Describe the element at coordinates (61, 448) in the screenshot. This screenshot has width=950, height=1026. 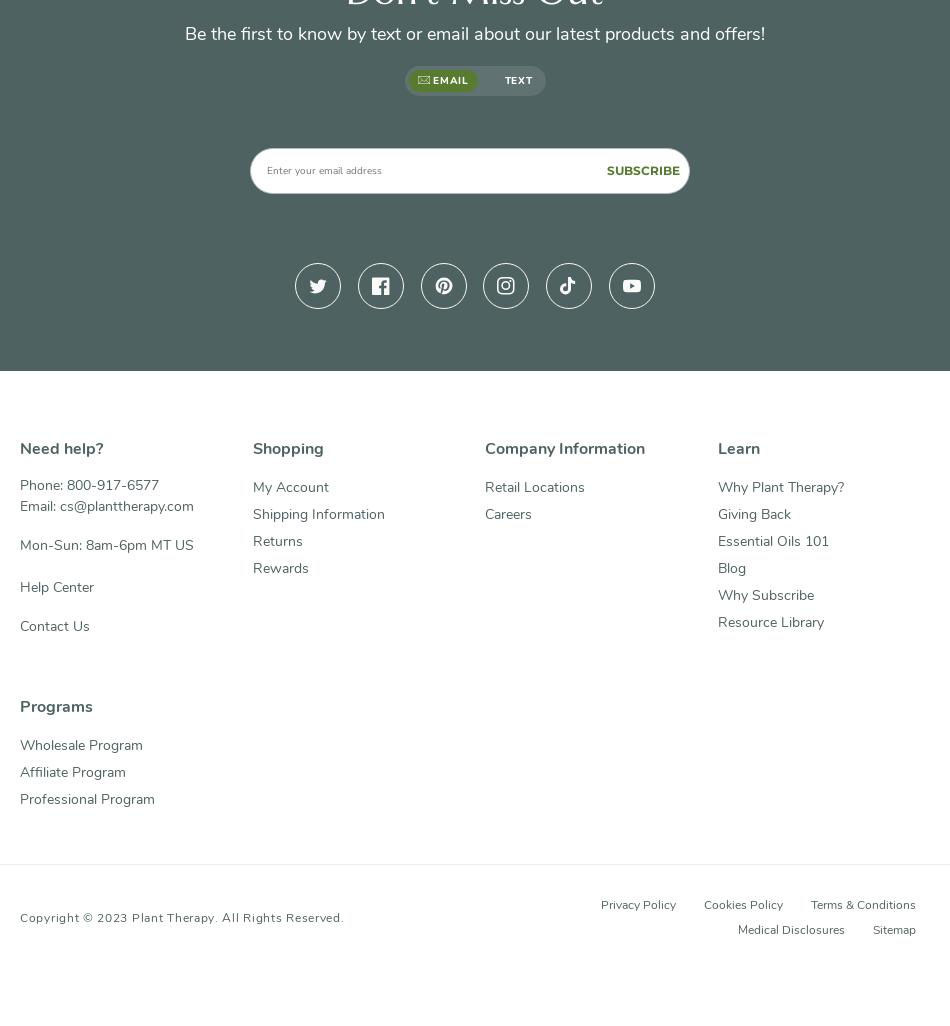
I see `'Need help?'` at that location.